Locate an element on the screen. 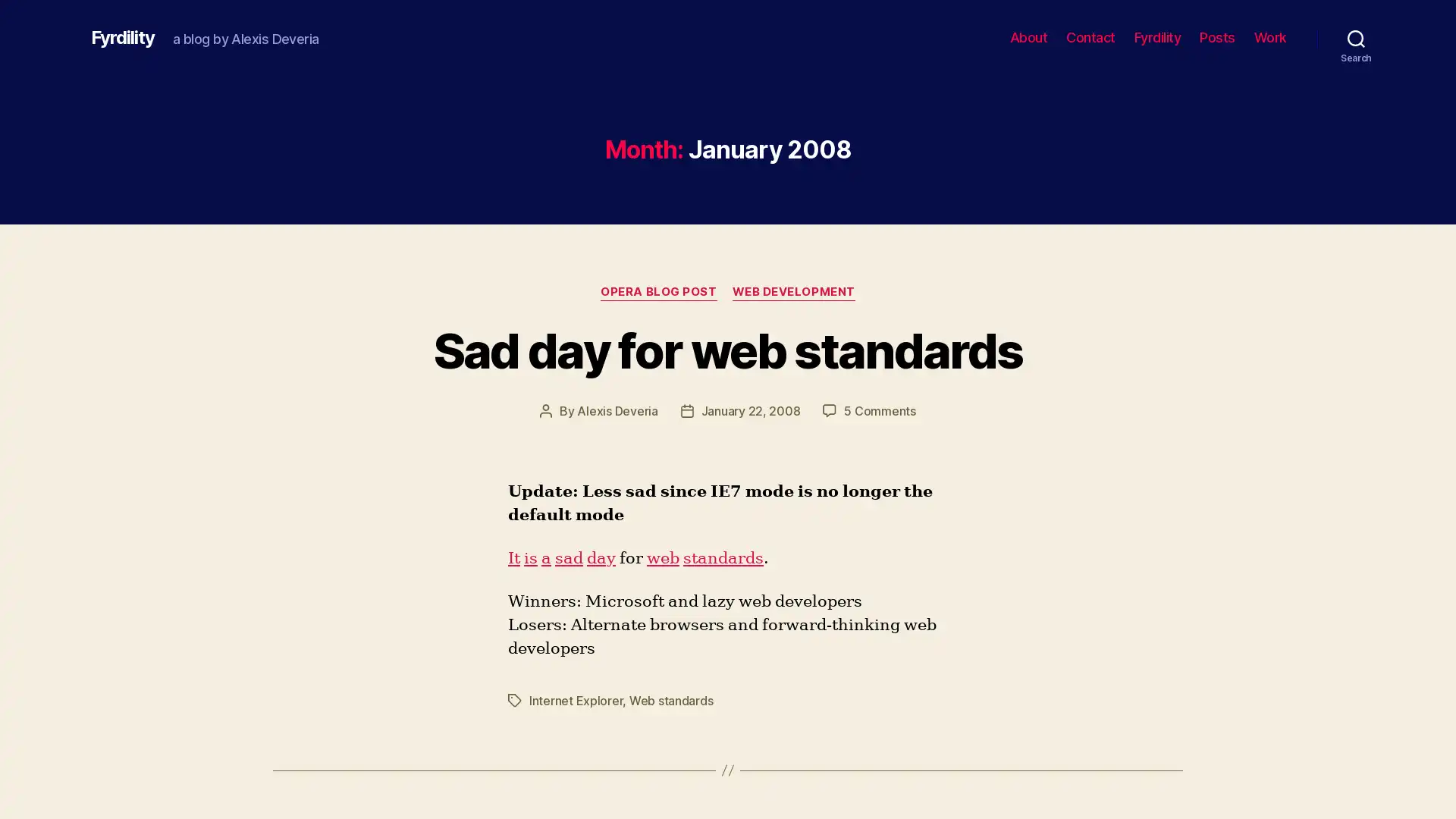 The image size is (1456, 819). Search is located at coordinates (1356, 37).